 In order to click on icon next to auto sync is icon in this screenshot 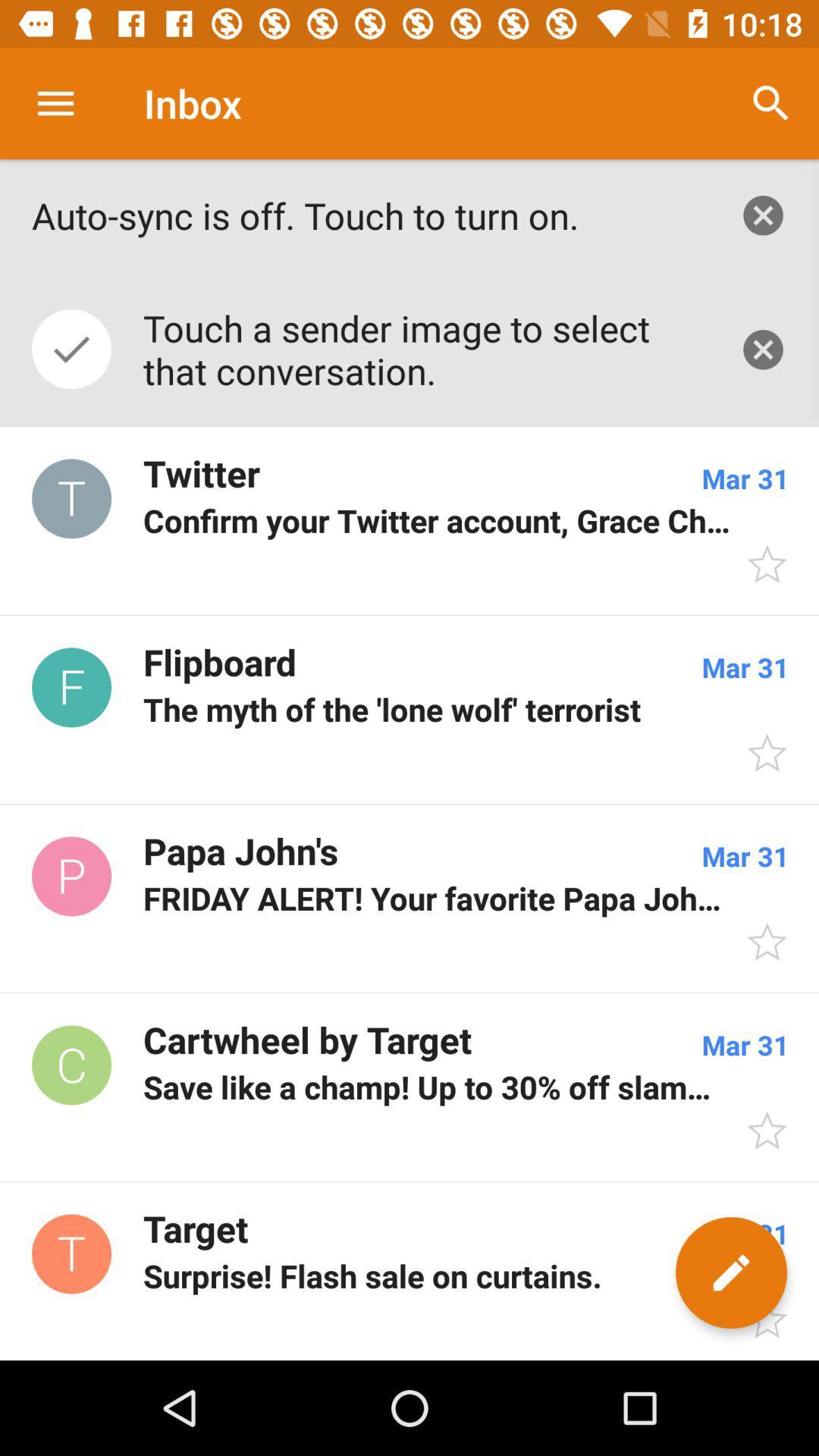, I will do `click(771, 102)`.